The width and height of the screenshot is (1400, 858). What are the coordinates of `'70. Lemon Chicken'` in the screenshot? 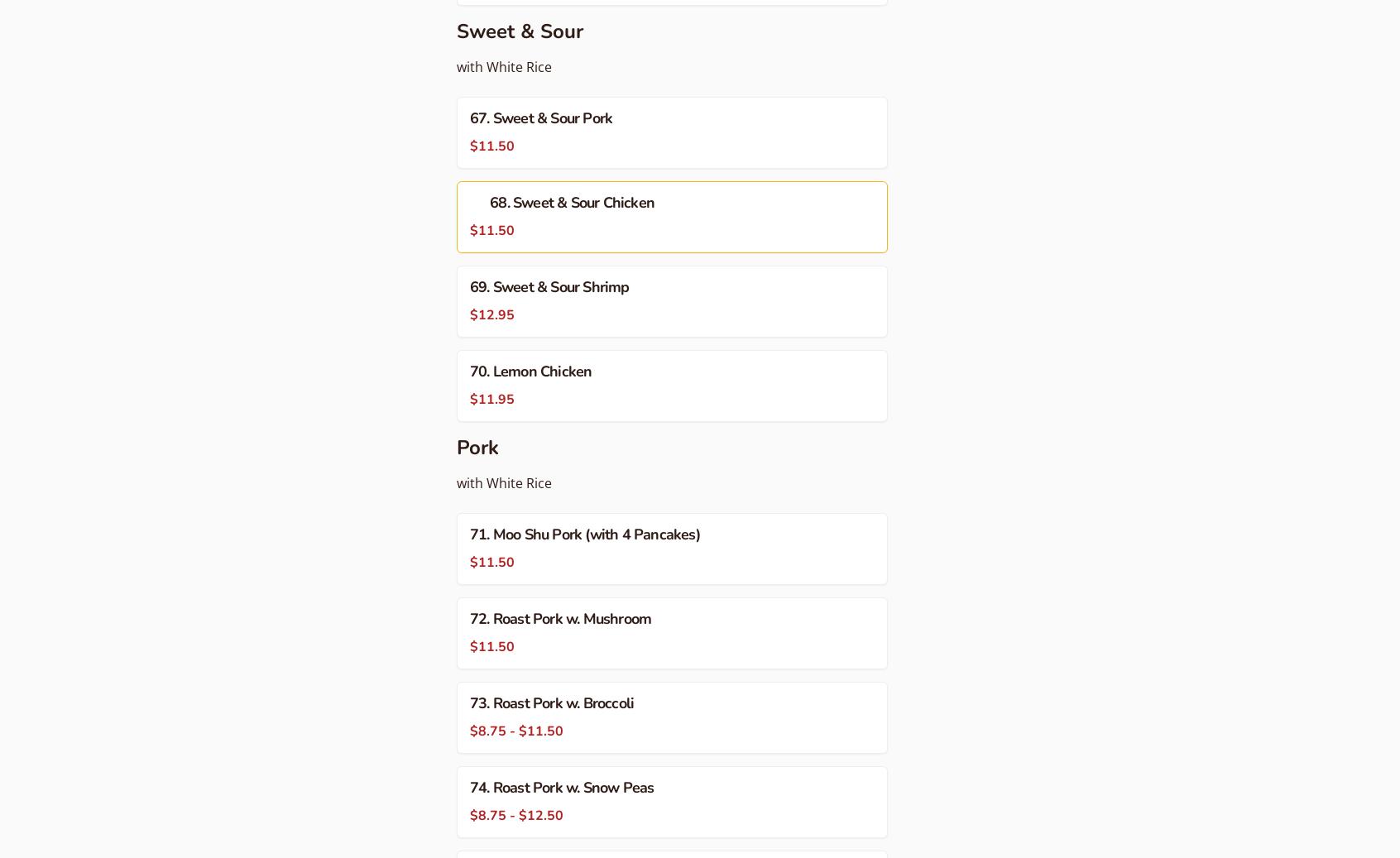 It's located at (530, 371).